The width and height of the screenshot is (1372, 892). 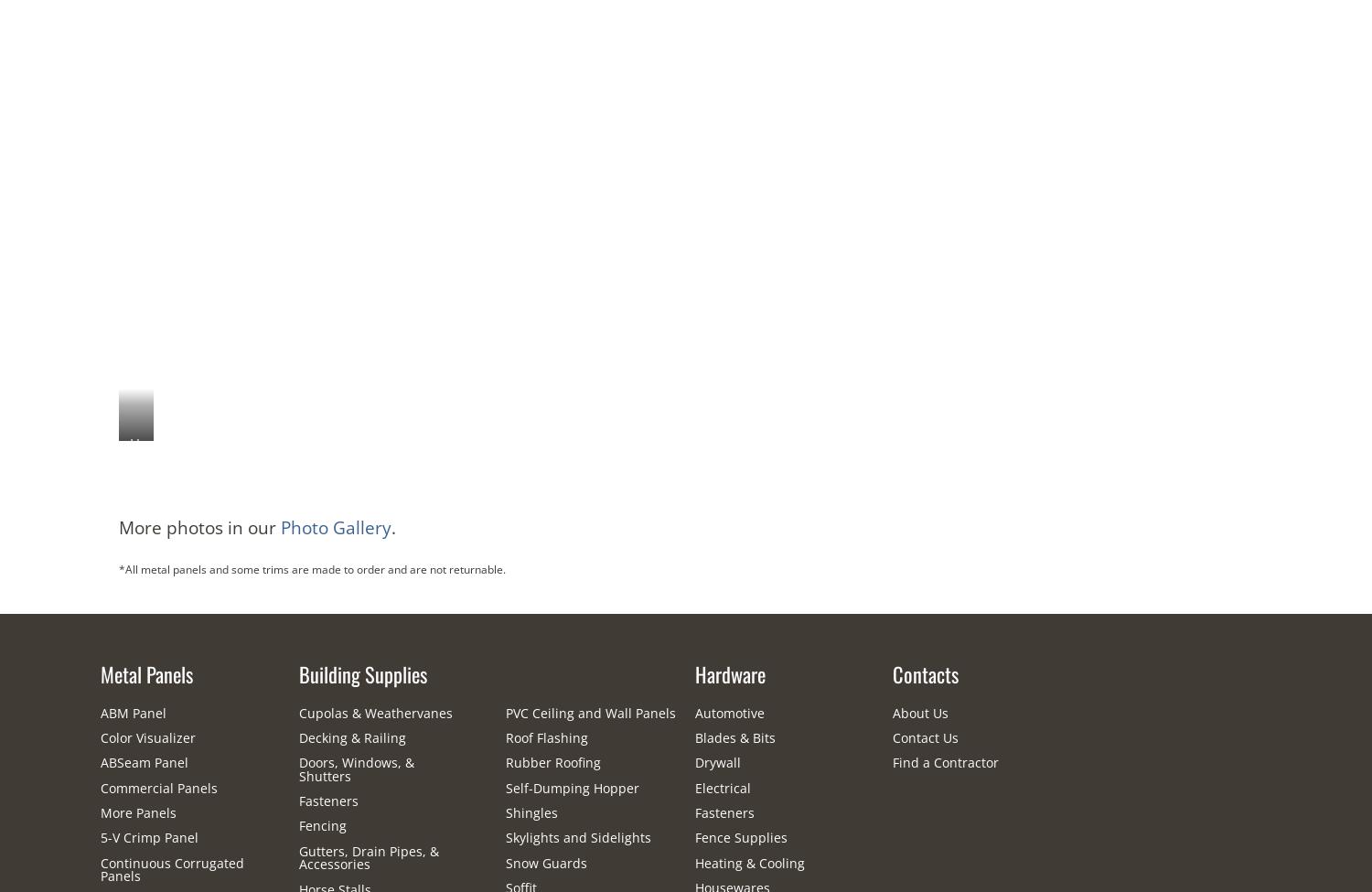 What do you see at coordinates (393, 525) in the screenshot?
I see `'.'` at bounding box center [393, 525].